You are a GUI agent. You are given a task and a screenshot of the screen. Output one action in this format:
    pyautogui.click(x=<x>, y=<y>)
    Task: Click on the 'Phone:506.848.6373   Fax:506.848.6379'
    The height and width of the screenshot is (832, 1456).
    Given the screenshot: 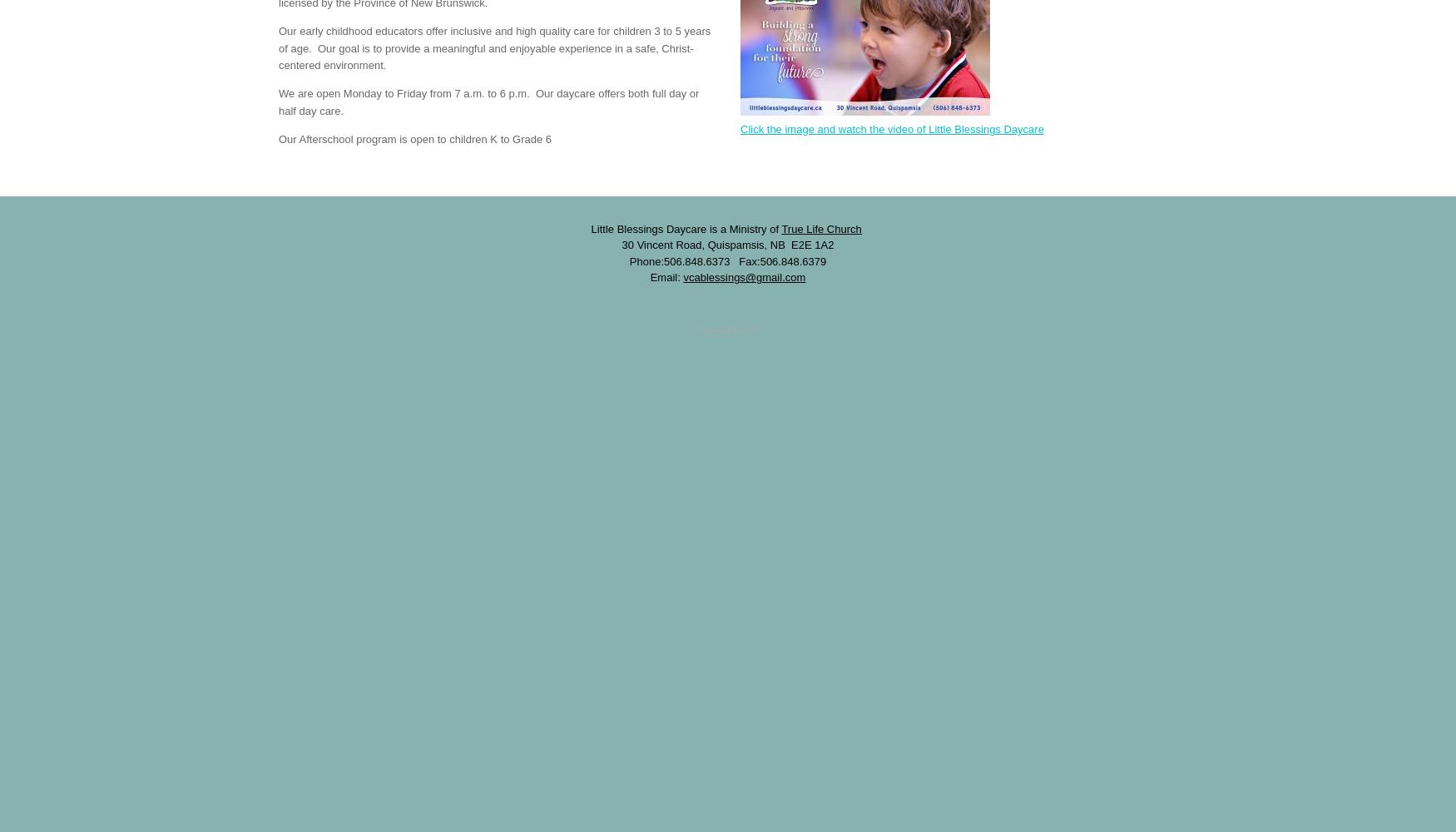 What is the action you would take?
    pyautogui.click(x=727, y=260)
    